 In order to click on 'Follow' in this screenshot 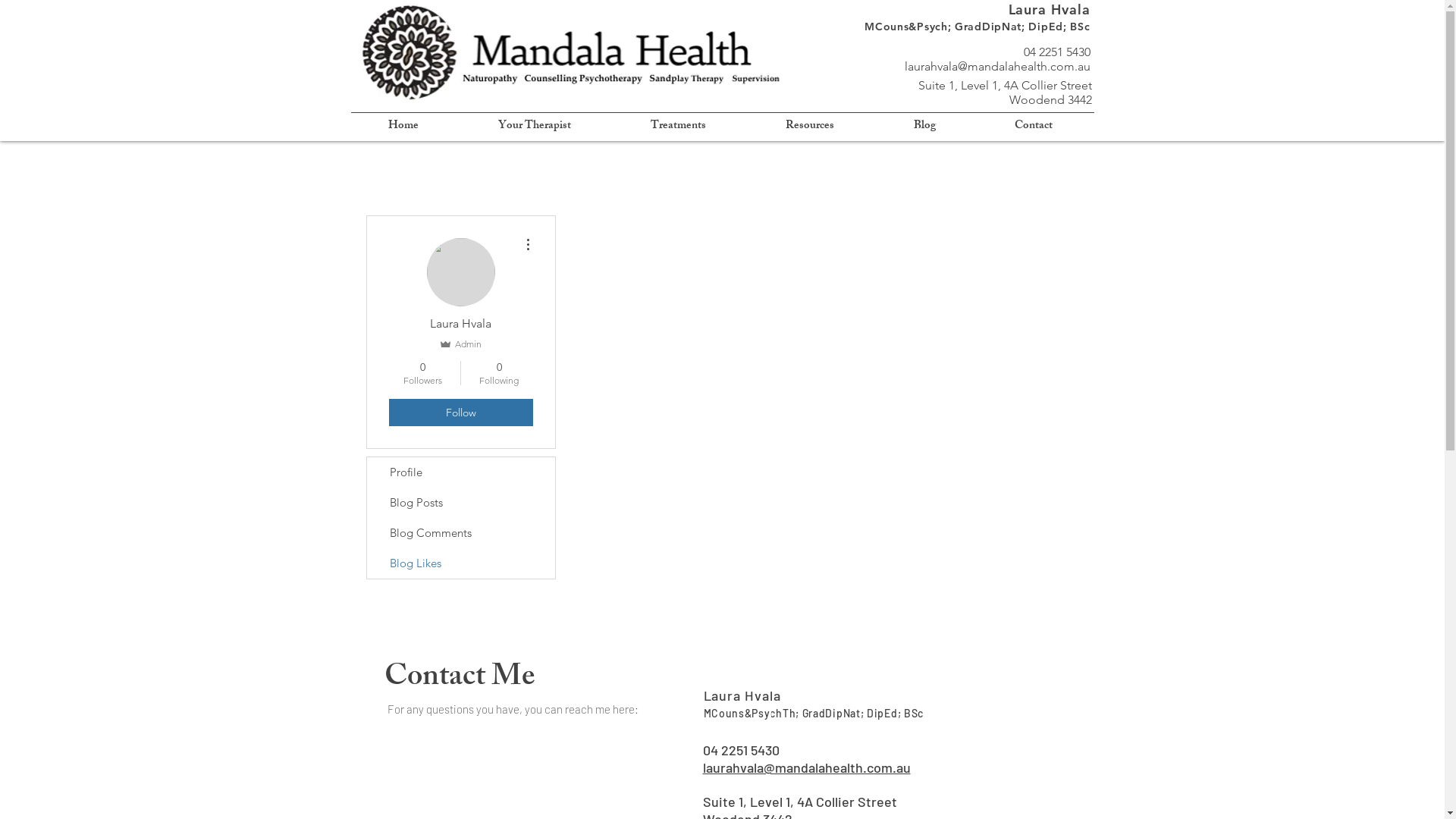, I will do `click(459, 412)`.